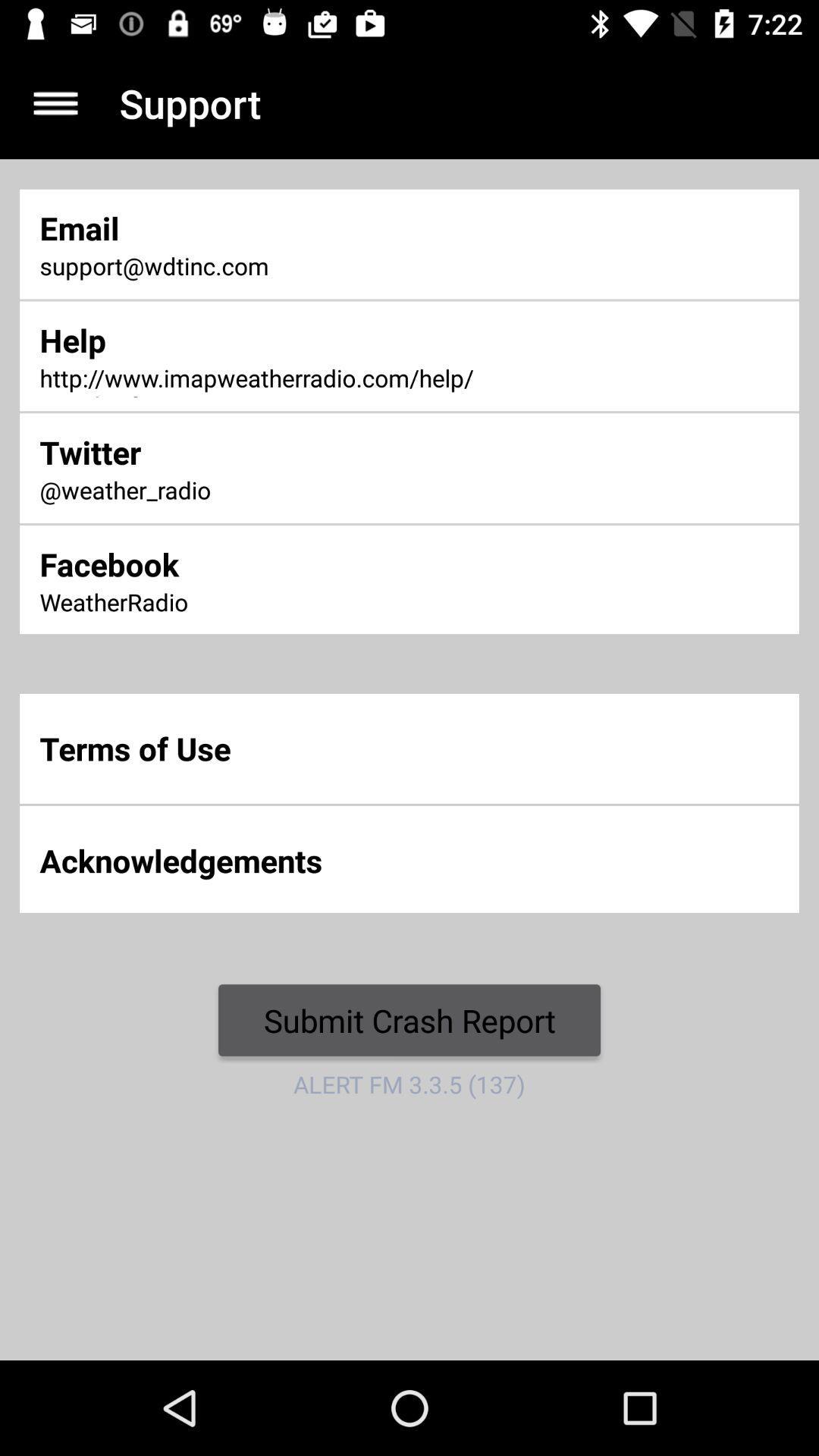  Describe the element at coordinates (55, 102) in the screenshot. I see `open menubar` at that location.